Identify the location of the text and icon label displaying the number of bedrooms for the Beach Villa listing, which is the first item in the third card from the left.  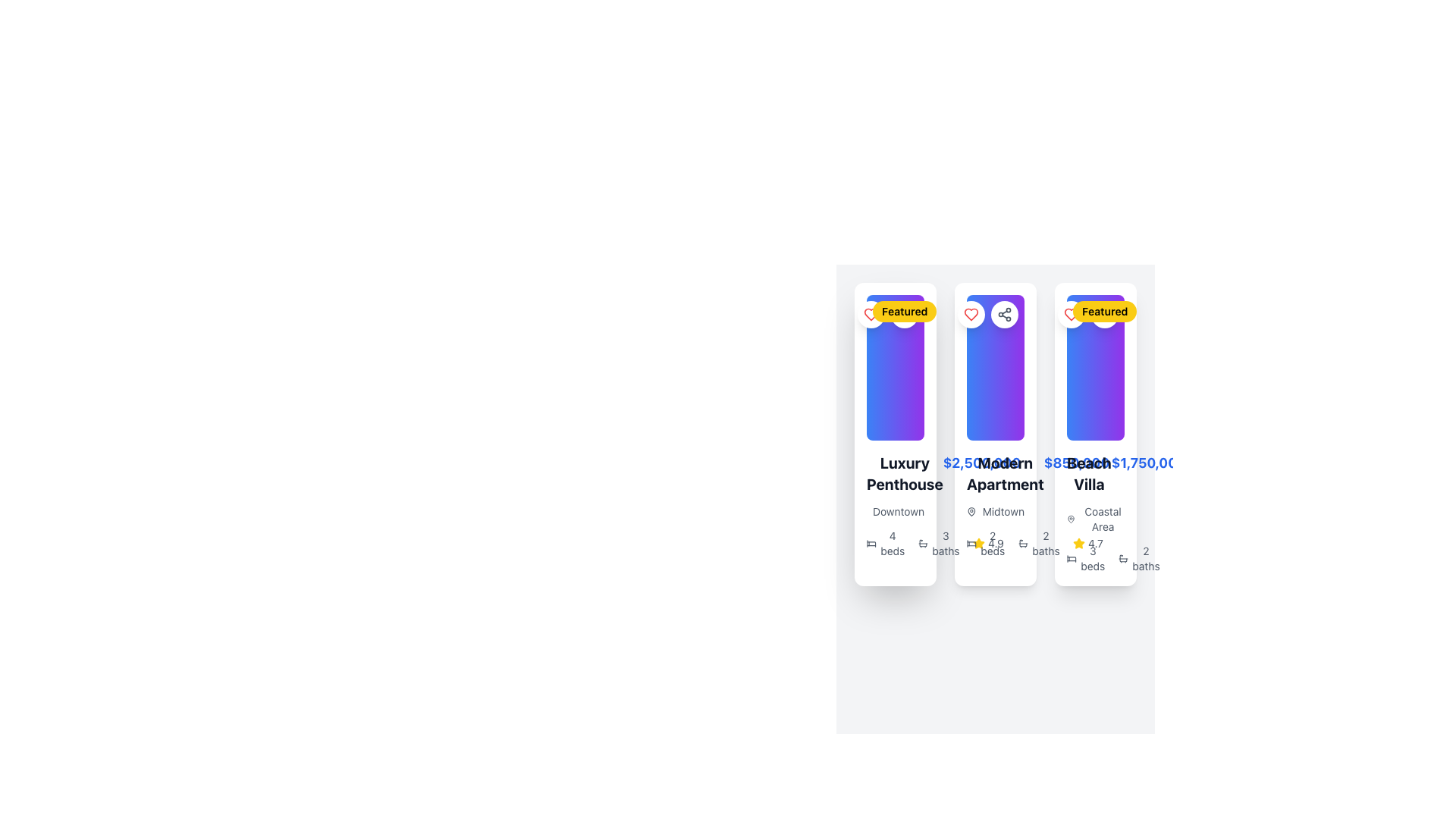
(1085, 558).